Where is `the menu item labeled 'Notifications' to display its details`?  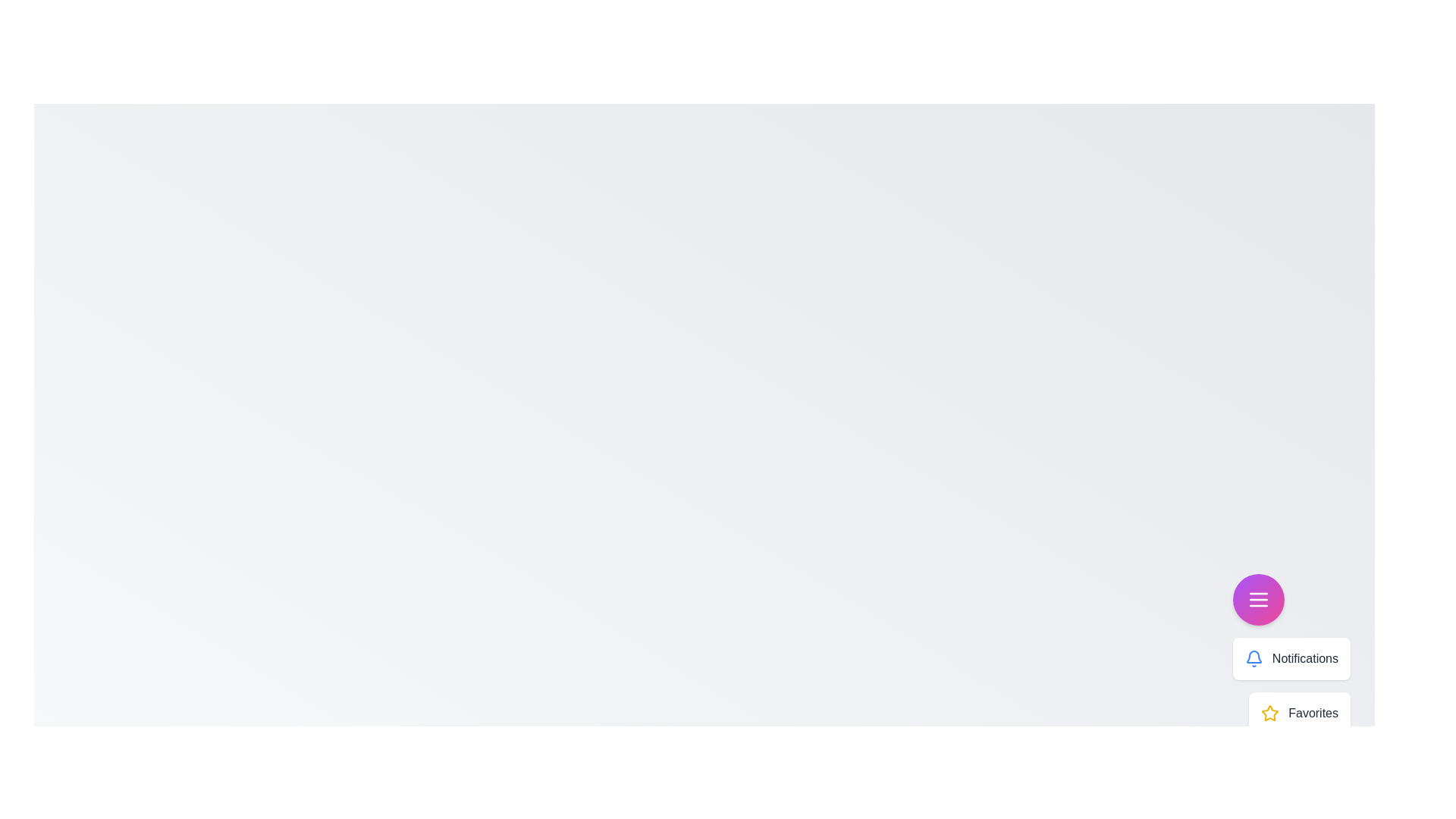 the menu item labeled 'Notifications' to display its details is located at coordinates (1291, 657).